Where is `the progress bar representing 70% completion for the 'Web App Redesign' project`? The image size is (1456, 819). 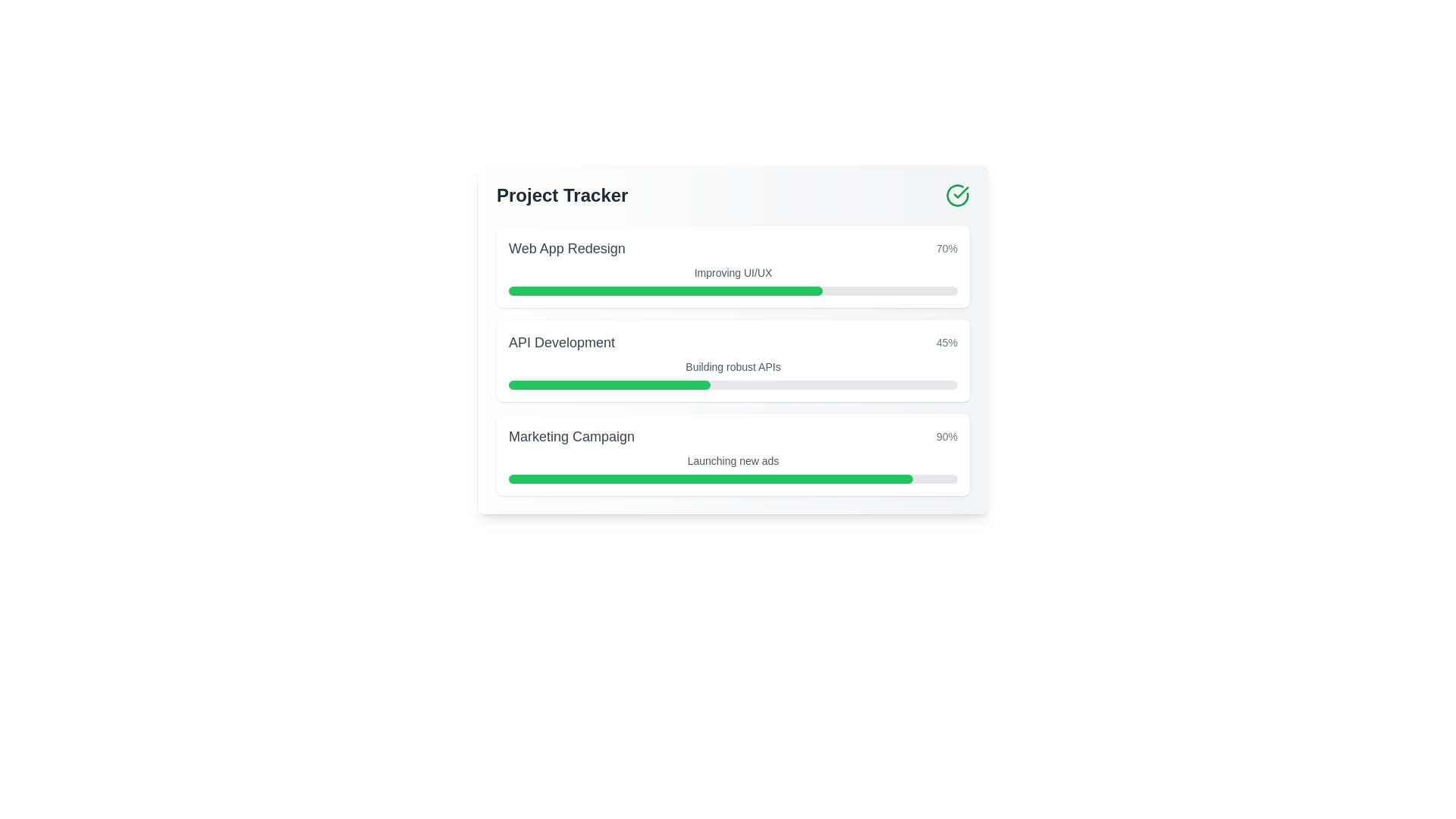 the progress bar representing 70% completion for the 'Web App Redesign' project is located at coordinates (733, 291).